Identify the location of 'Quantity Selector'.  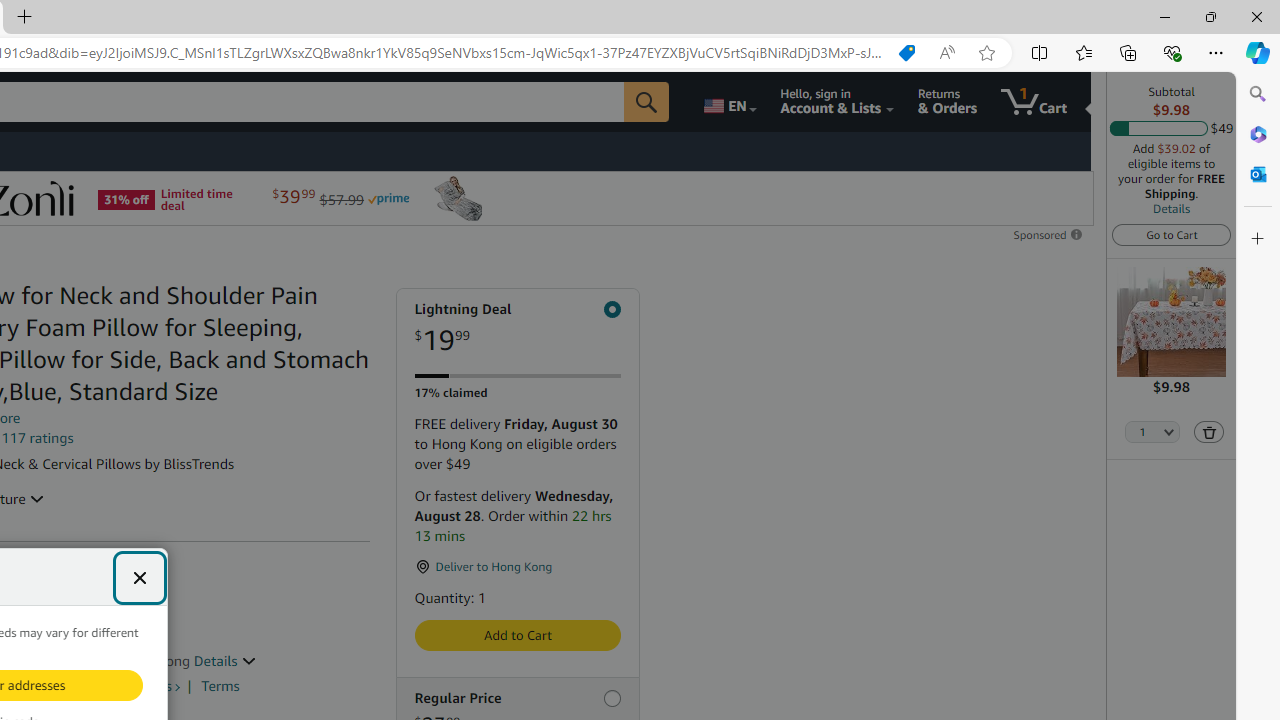
(1153, 432).